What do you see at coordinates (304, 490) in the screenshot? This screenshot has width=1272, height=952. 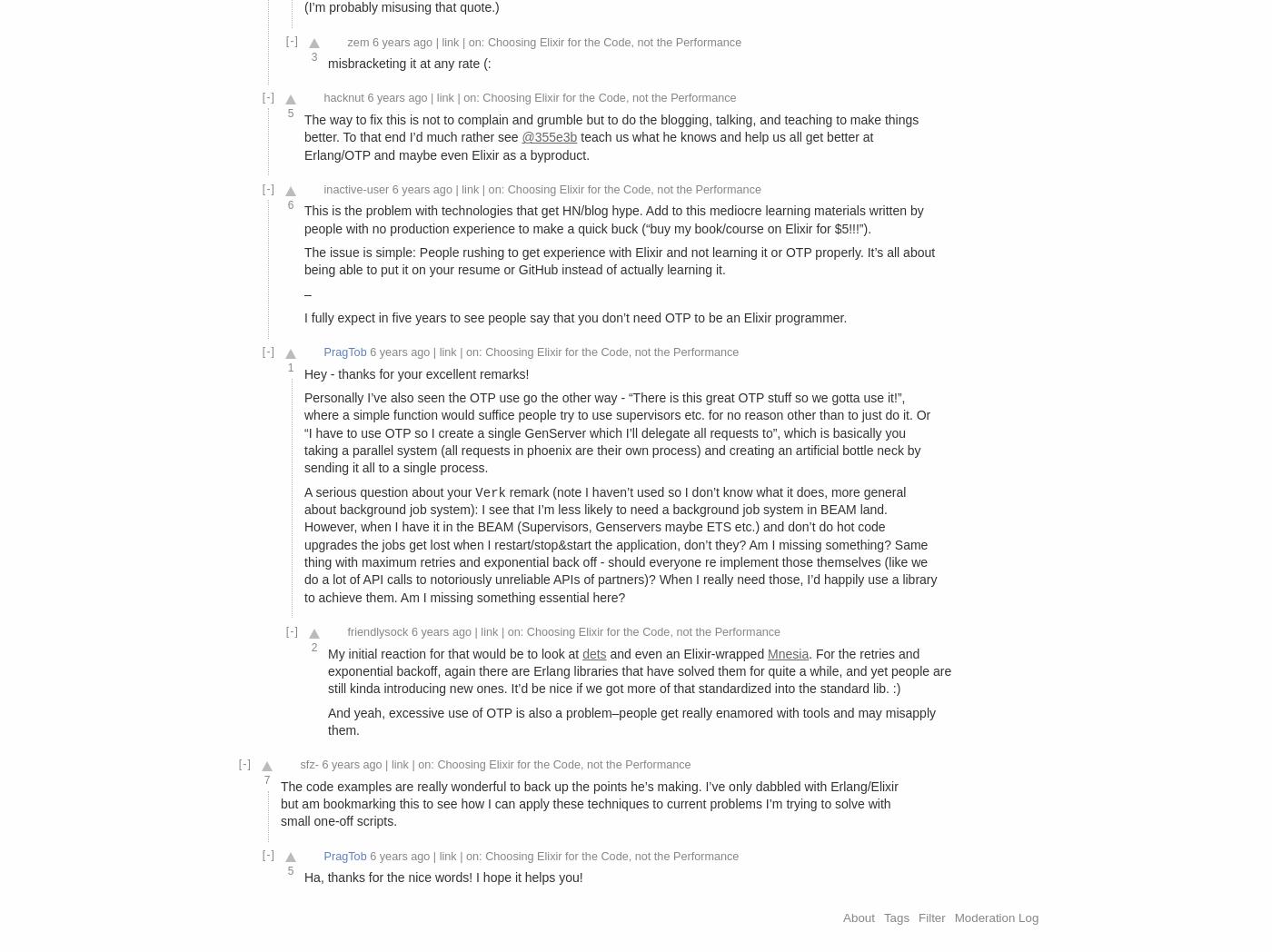 I see `'A serious question about your'` at bounding box center [304, 490].